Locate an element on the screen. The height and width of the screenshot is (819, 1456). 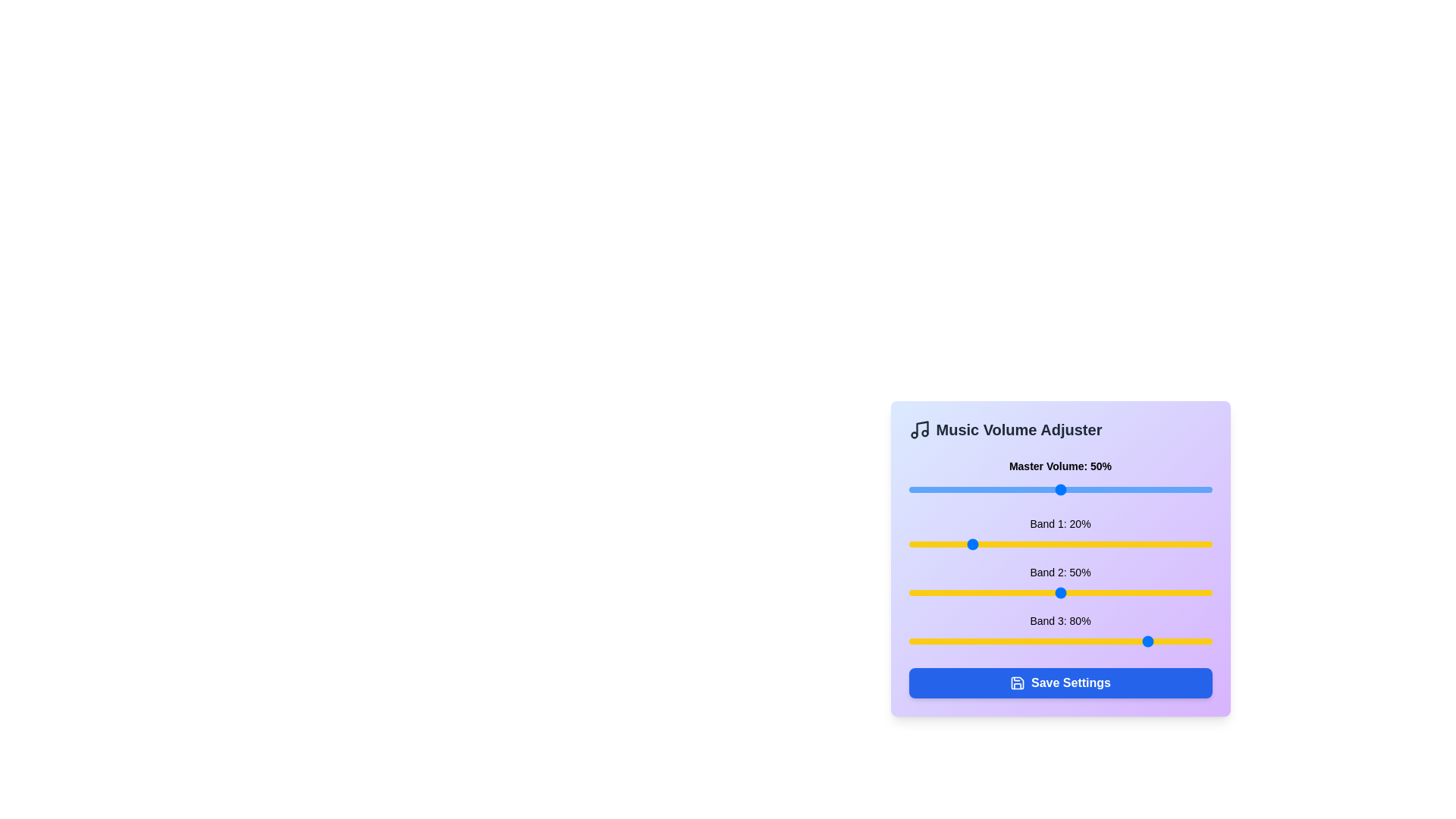
the yellow horizontal slider track labeled 'Band 1: 20%' to move the blue knob to a specific position is located at coordinates (1059, 543).